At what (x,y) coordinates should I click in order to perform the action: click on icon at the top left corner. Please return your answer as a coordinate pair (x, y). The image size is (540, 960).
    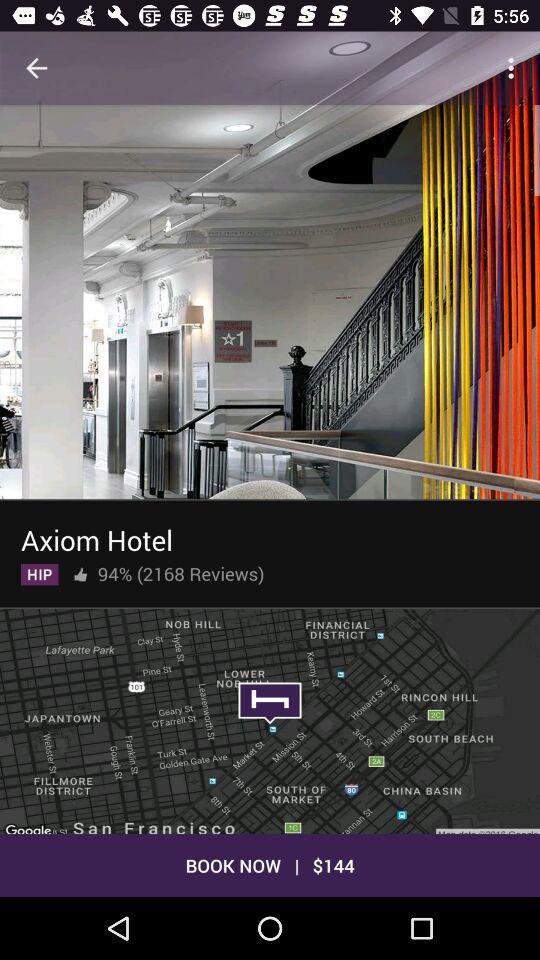
    Looking at the image, I should click on (36, 68).